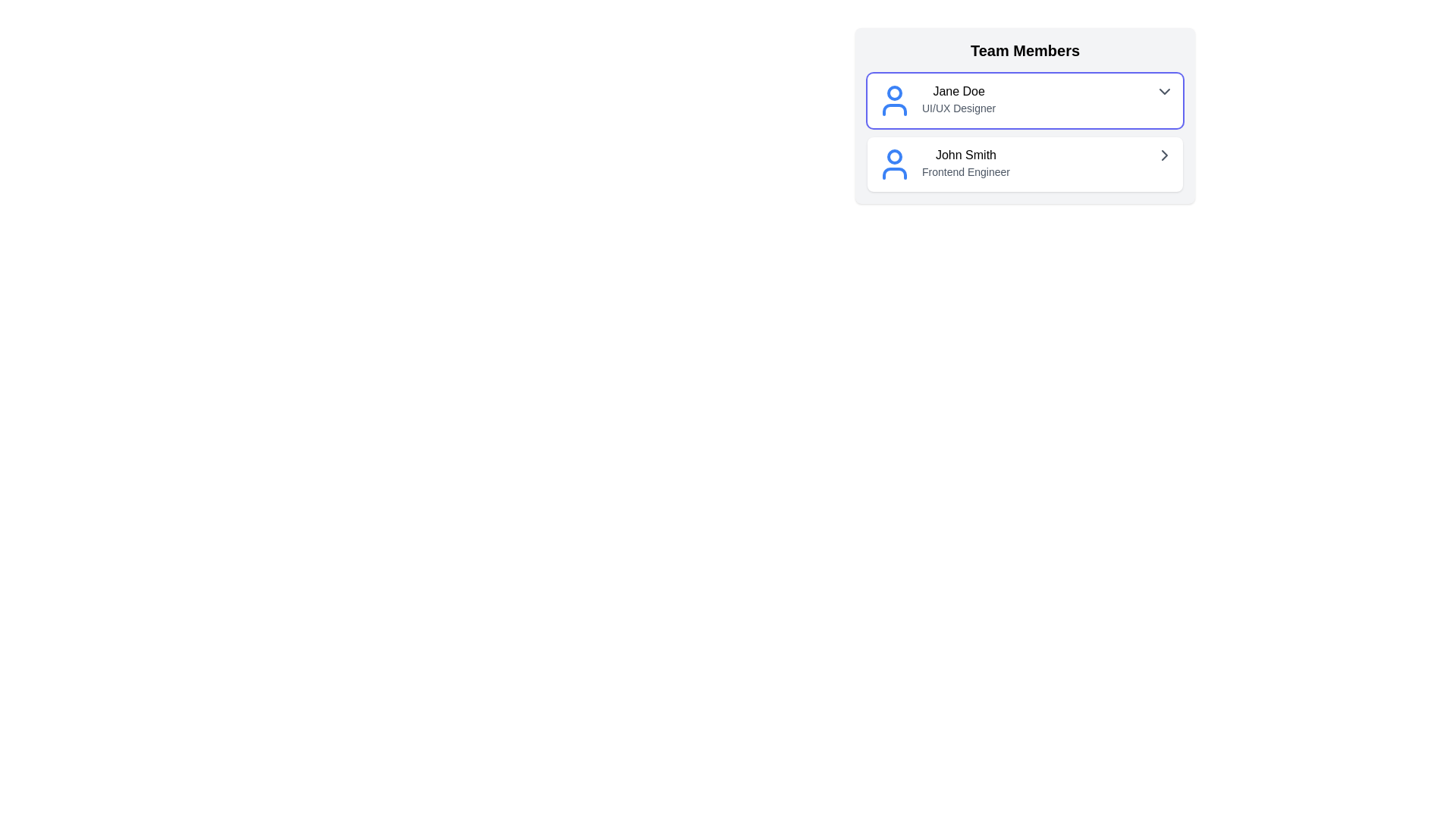  I want to click on the icon located in the right-side content of the second team member's entry, which is aligned with the text 'John Smith' and 'Frontend Engineer', so click(1164, 155).